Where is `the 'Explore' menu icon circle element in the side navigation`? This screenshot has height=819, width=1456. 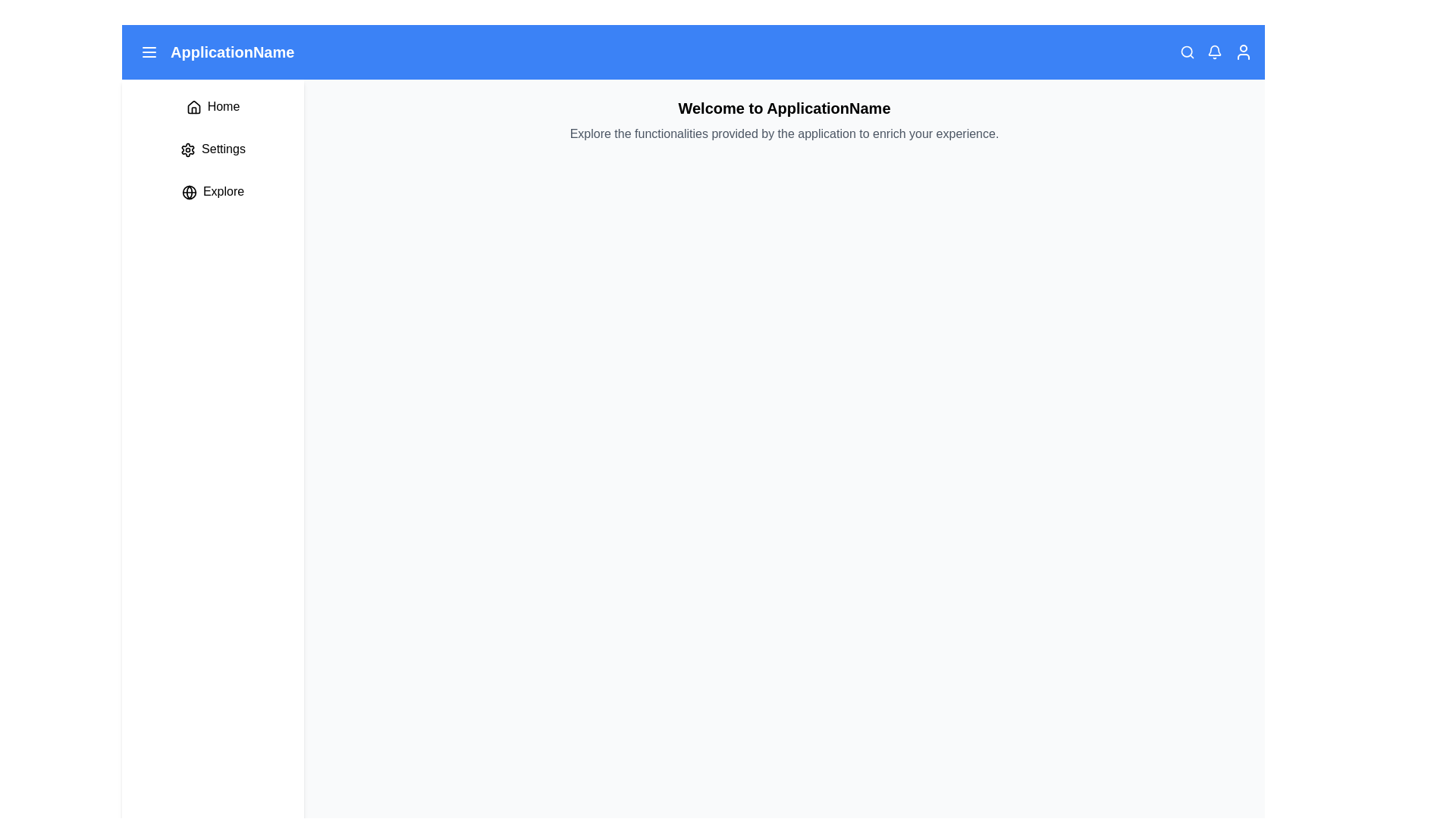 the 'Explore' menu icon circle element in the side navigation is located at coordinates (188, 191).